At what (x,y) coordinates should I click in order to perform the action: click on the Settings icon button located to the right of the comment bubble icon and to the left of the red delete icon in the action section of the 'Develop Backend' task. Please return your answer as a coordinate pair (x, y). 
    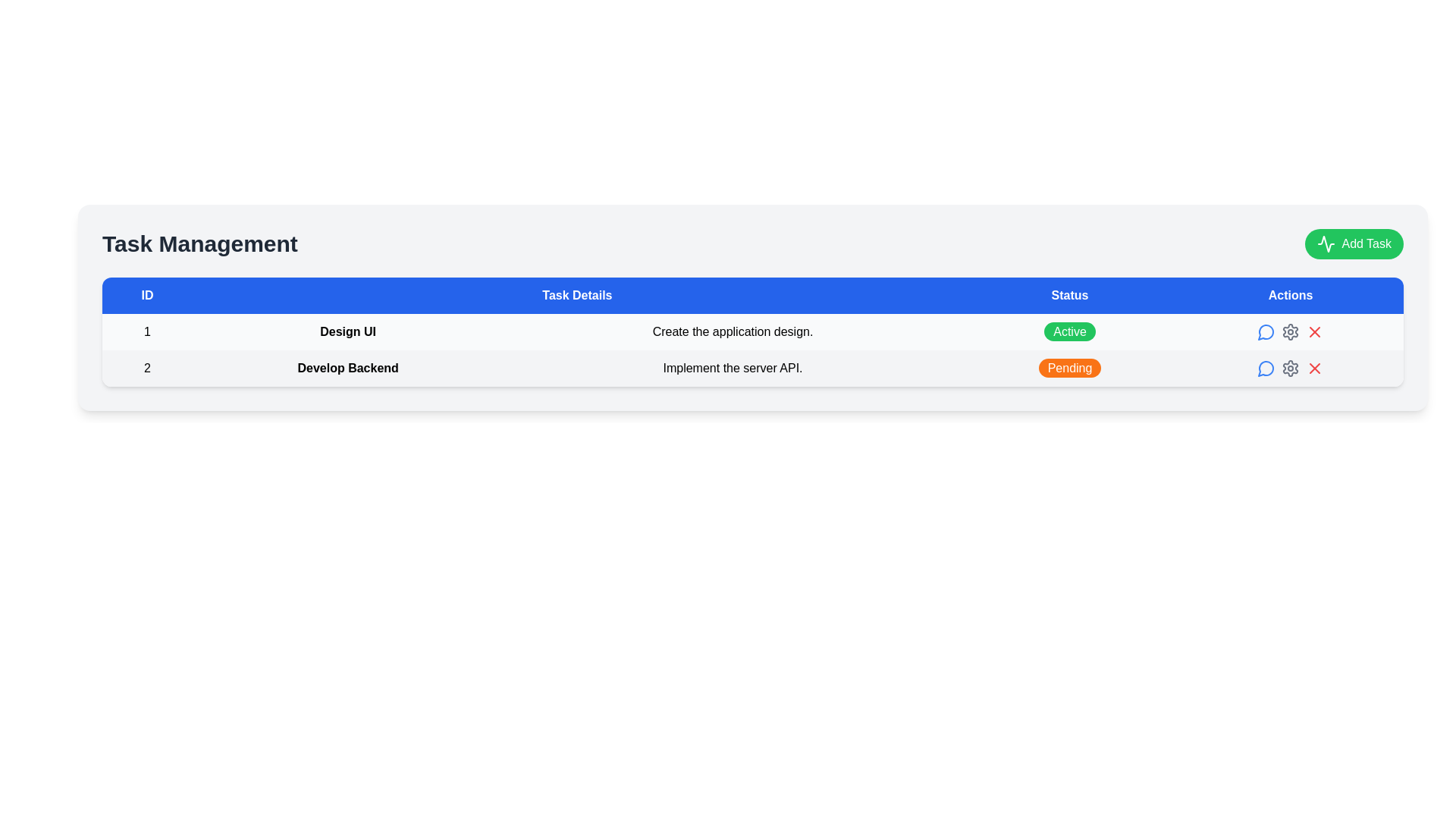
    Looking at the image, I should click on (1290, 331).